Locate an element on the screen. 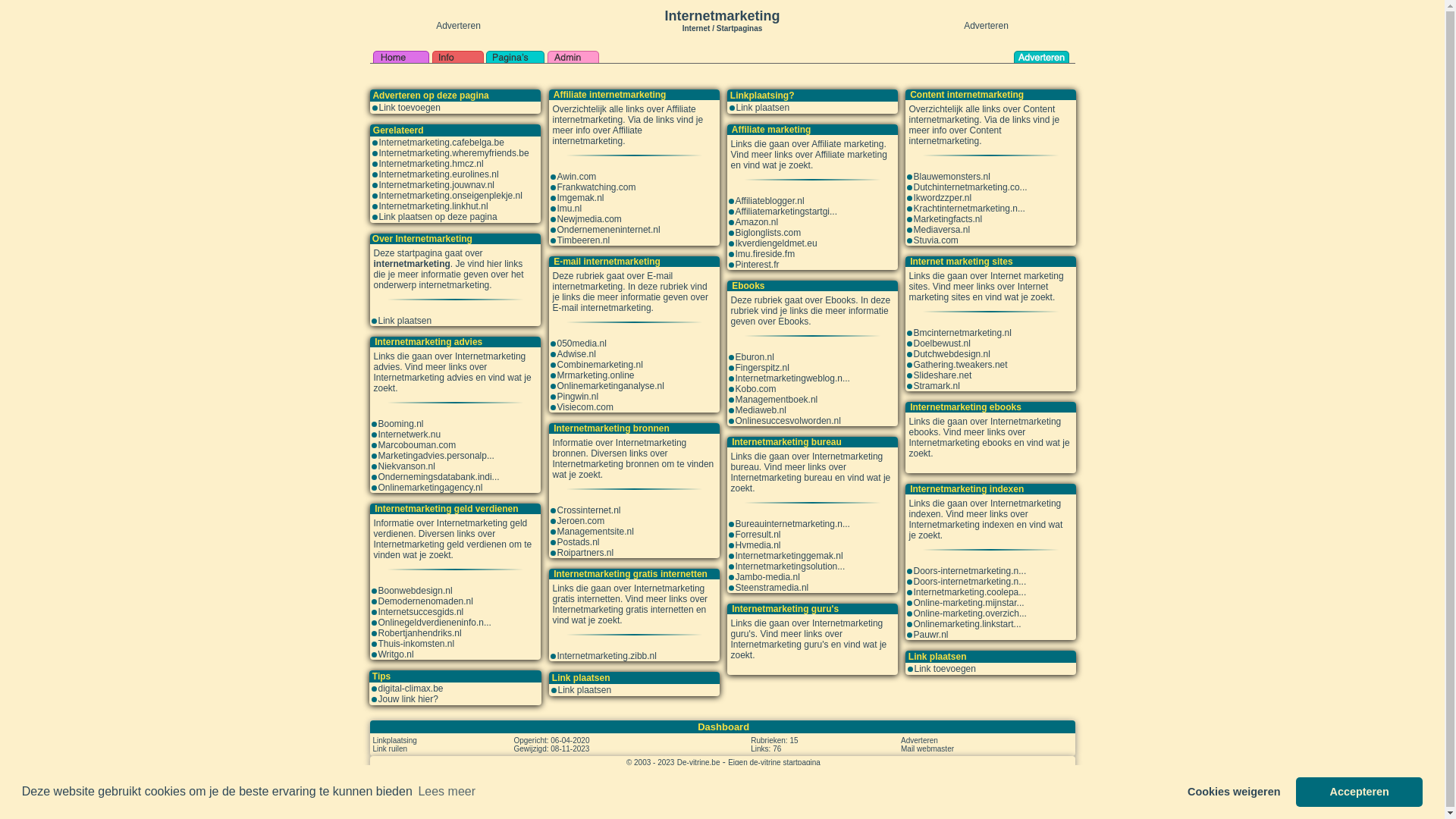  'Stramark.nl' is located at coordinates (935, 385).